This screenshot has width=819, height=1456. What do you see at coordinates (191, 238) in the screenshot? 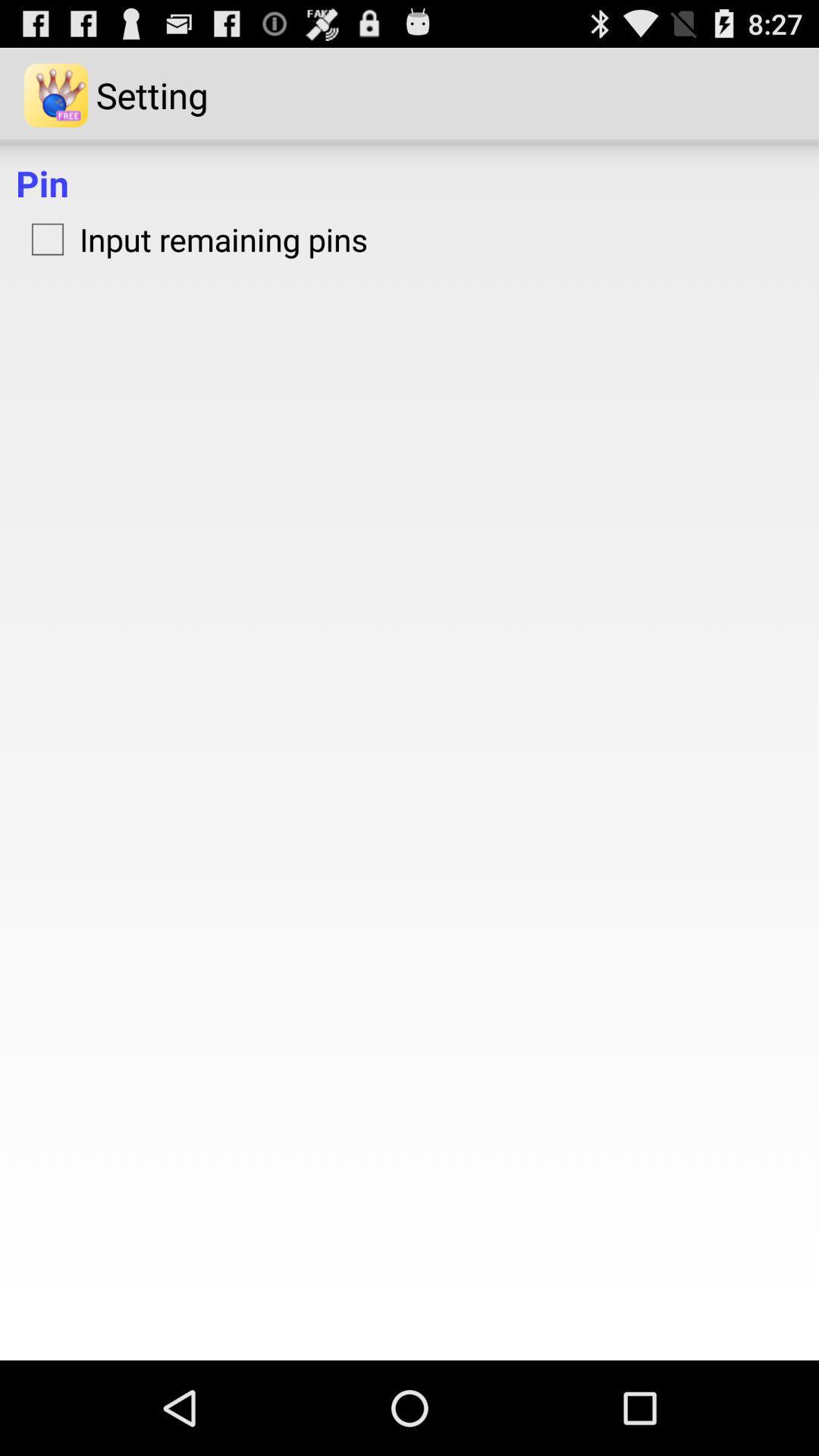
I see `input remaining pins checkbox` at bounding box center [191, 238].